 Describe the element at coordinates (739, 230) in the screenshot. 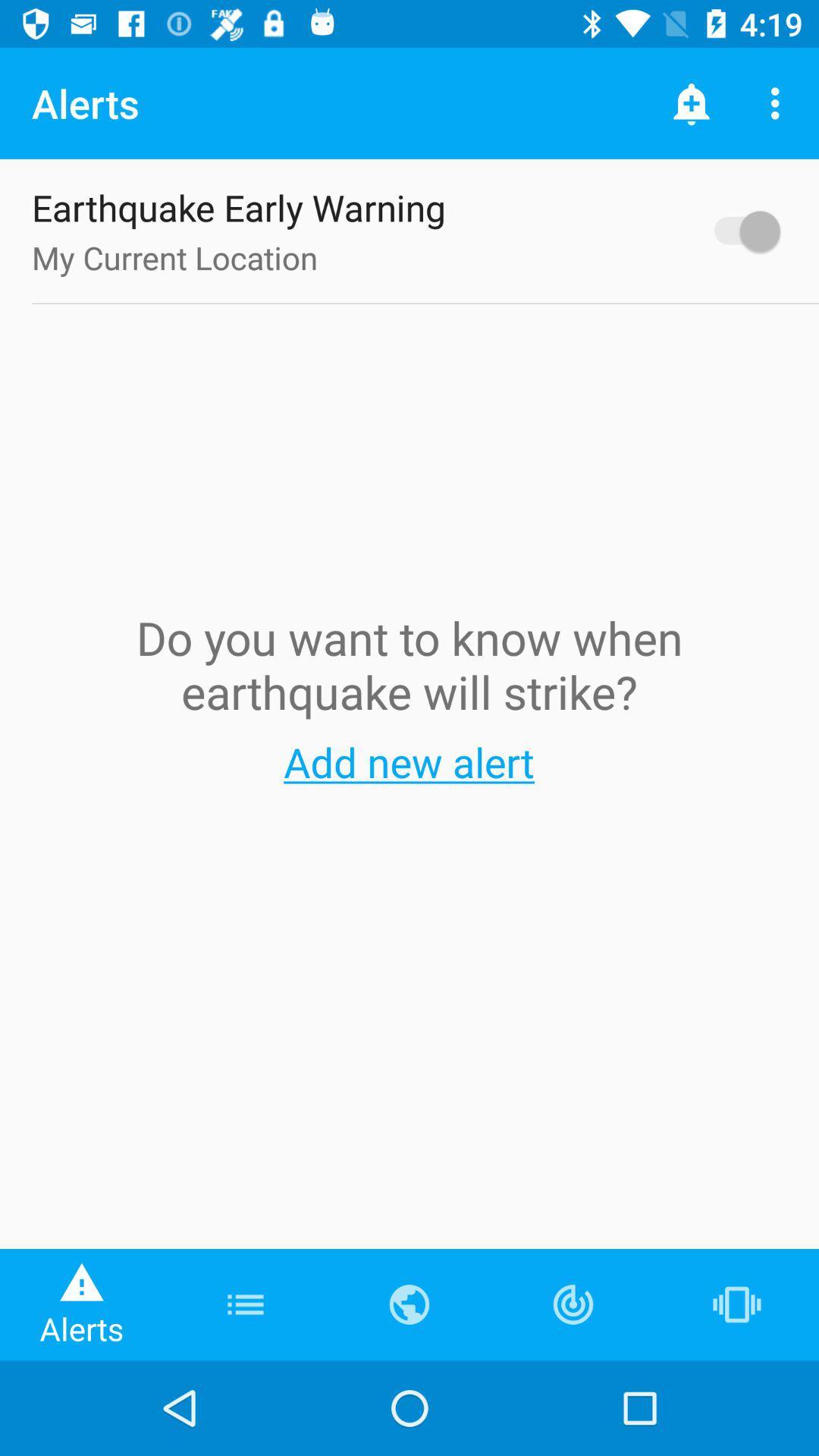

I see `earthquake warning` at that location.